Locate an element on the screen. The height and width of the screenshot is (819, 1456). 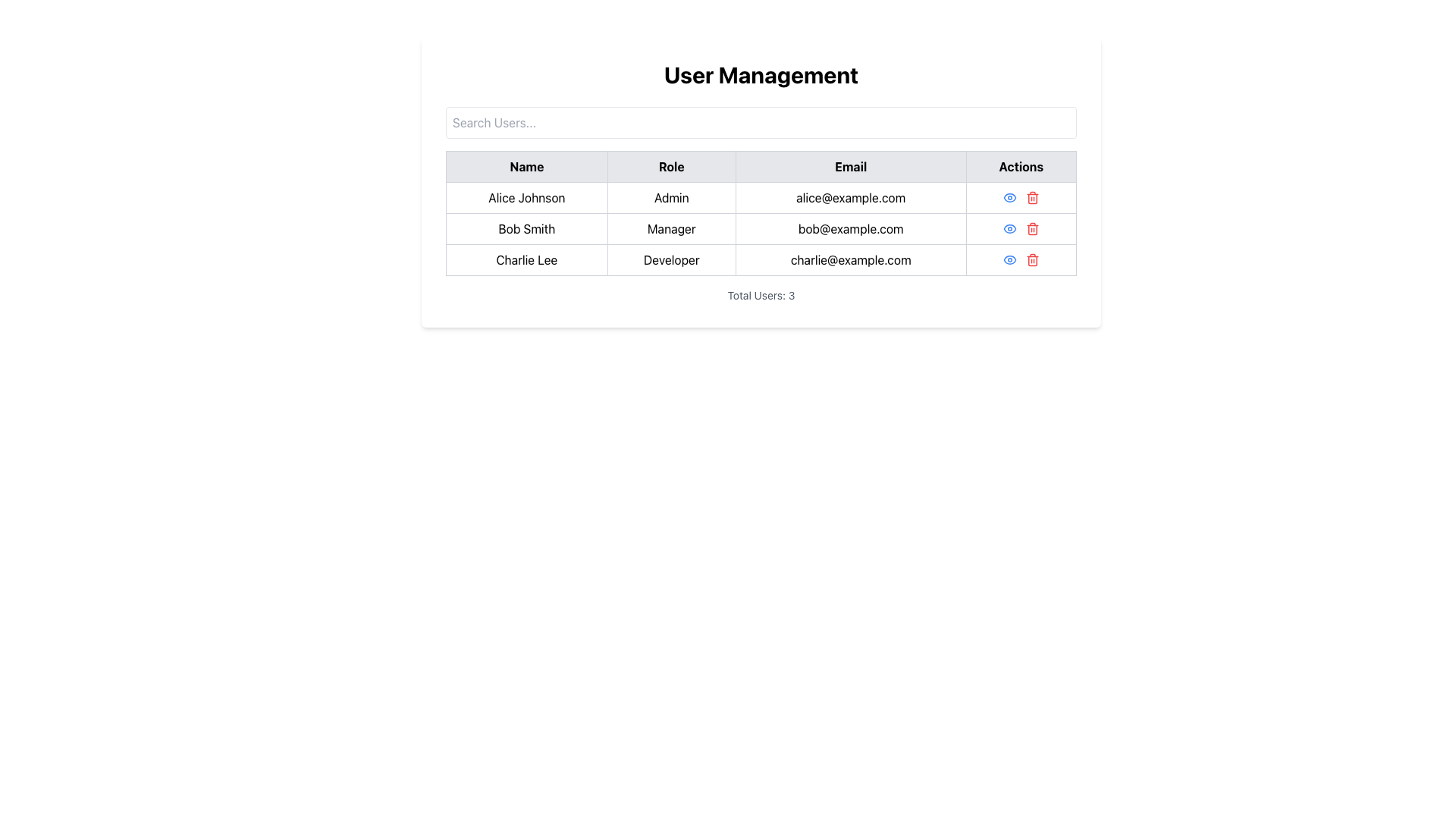
the 'eye' icon in the 'Actions' column of the first user row in the user management table is located at coordinates (1009, 228).